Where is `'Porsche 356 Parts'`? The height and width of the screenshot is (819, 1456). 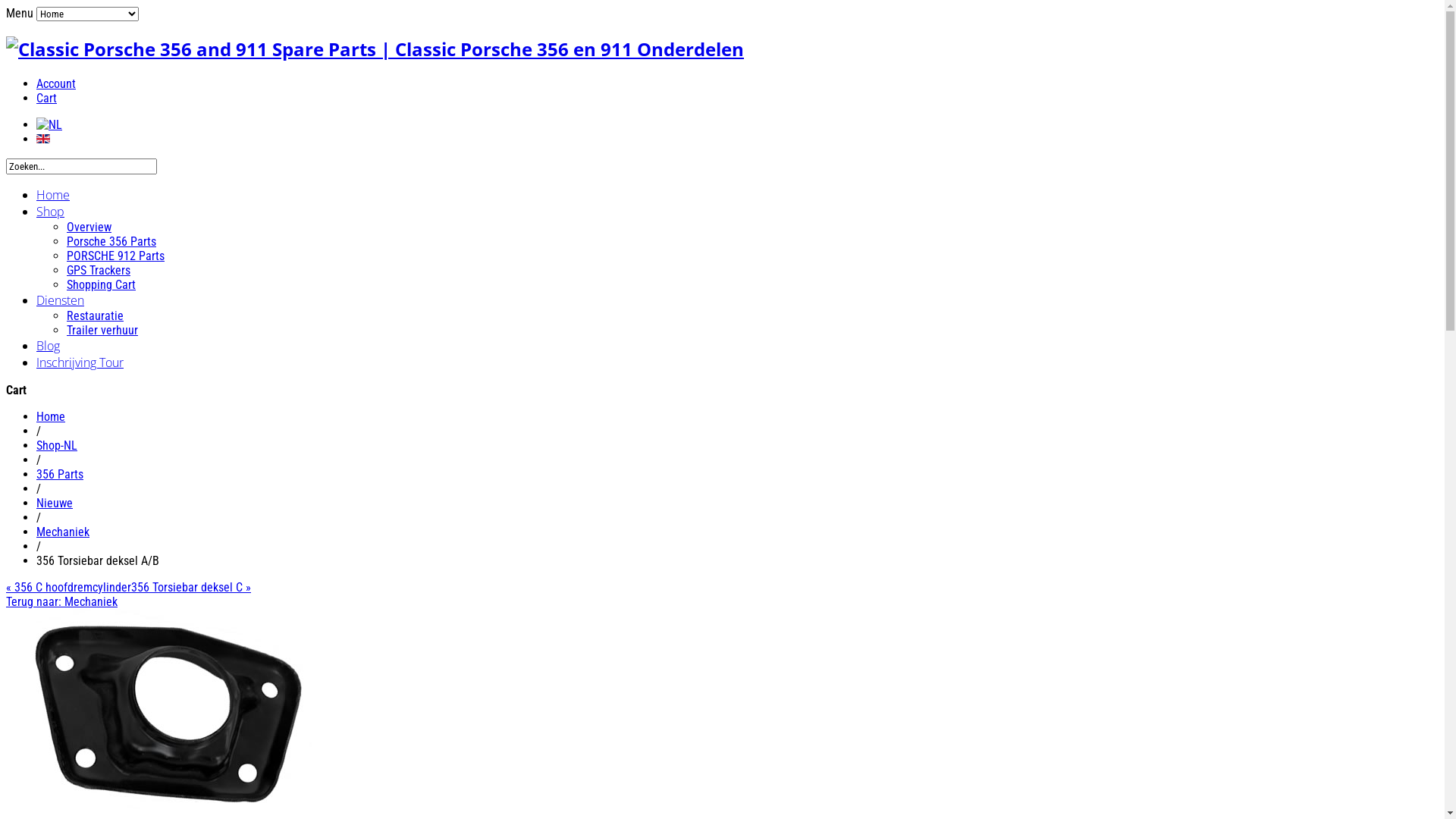
'Porsche 356 Parts' is located at coordinates (111, 240).